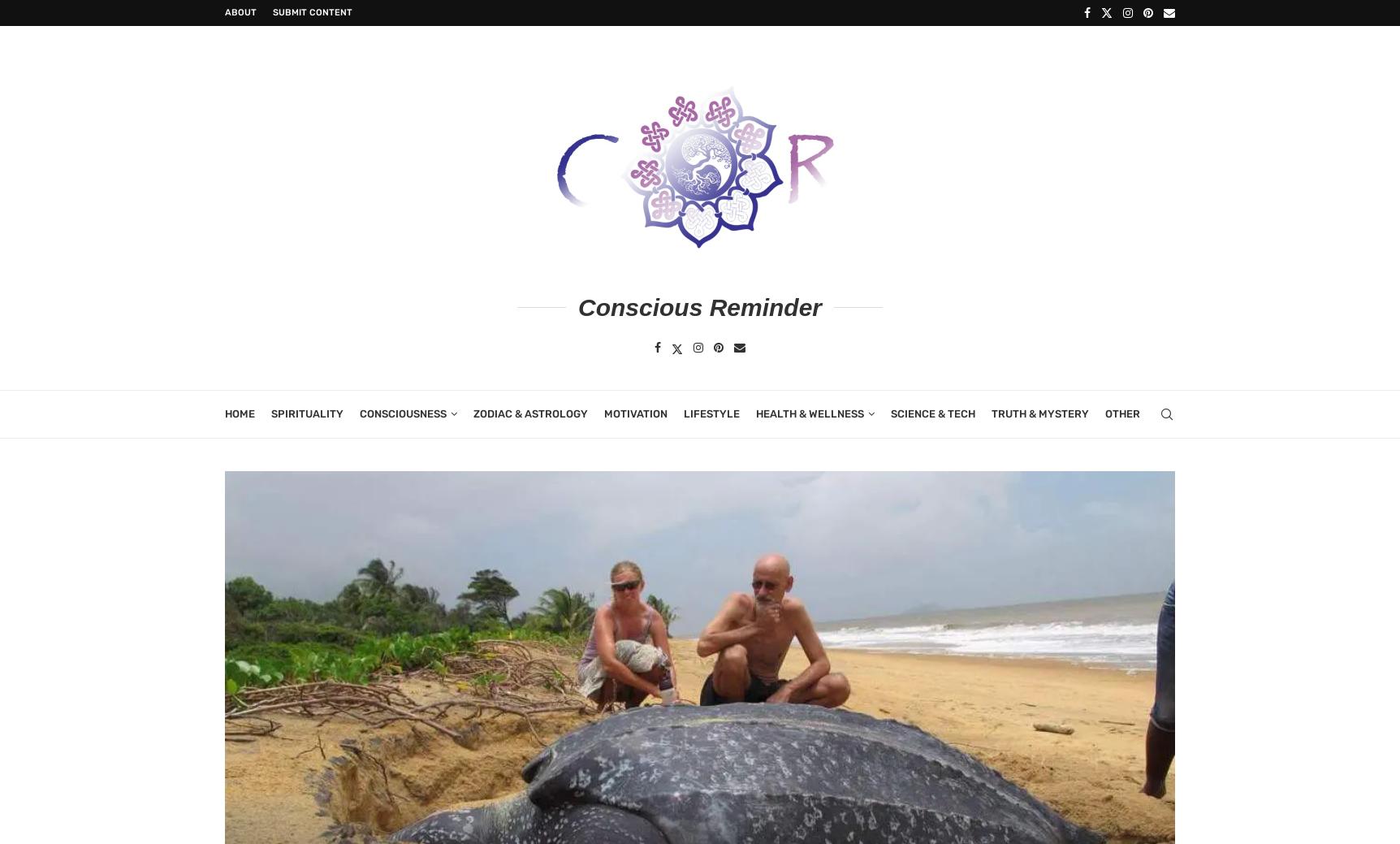 The image size is (1400, 844). I want to click on 'Other', so click(1121, 412).